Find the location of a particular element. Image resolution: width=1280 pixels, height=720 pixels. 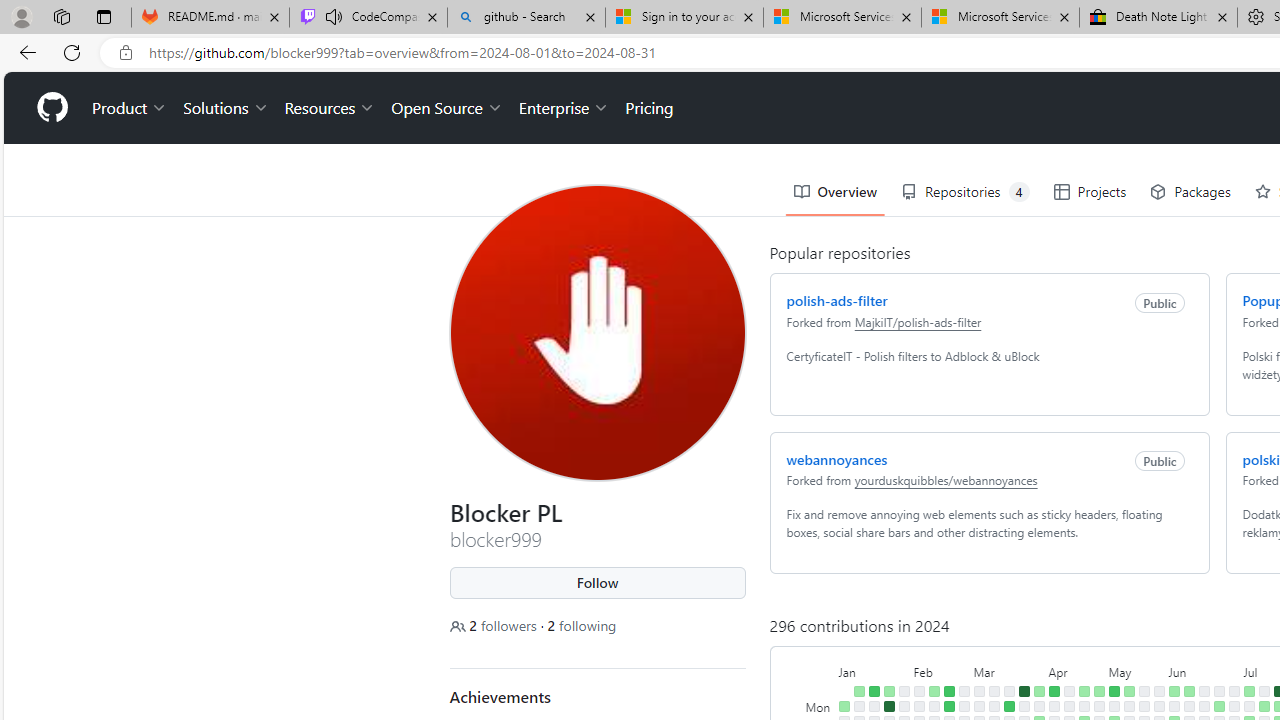

'2 following' is located at coordinates (580, 624).